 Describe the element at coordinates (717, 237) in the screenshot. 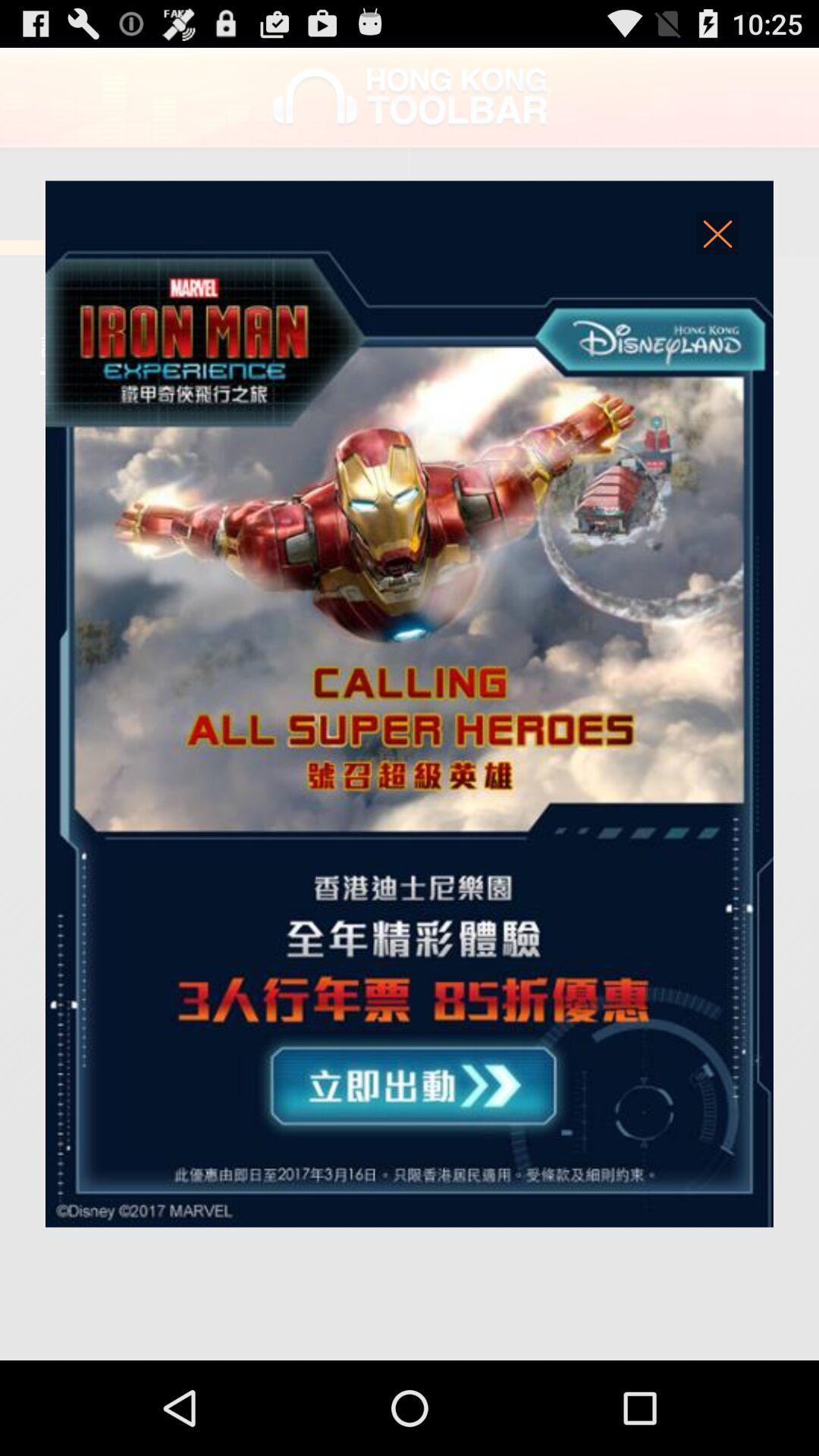

I see `the window in question` at that location.